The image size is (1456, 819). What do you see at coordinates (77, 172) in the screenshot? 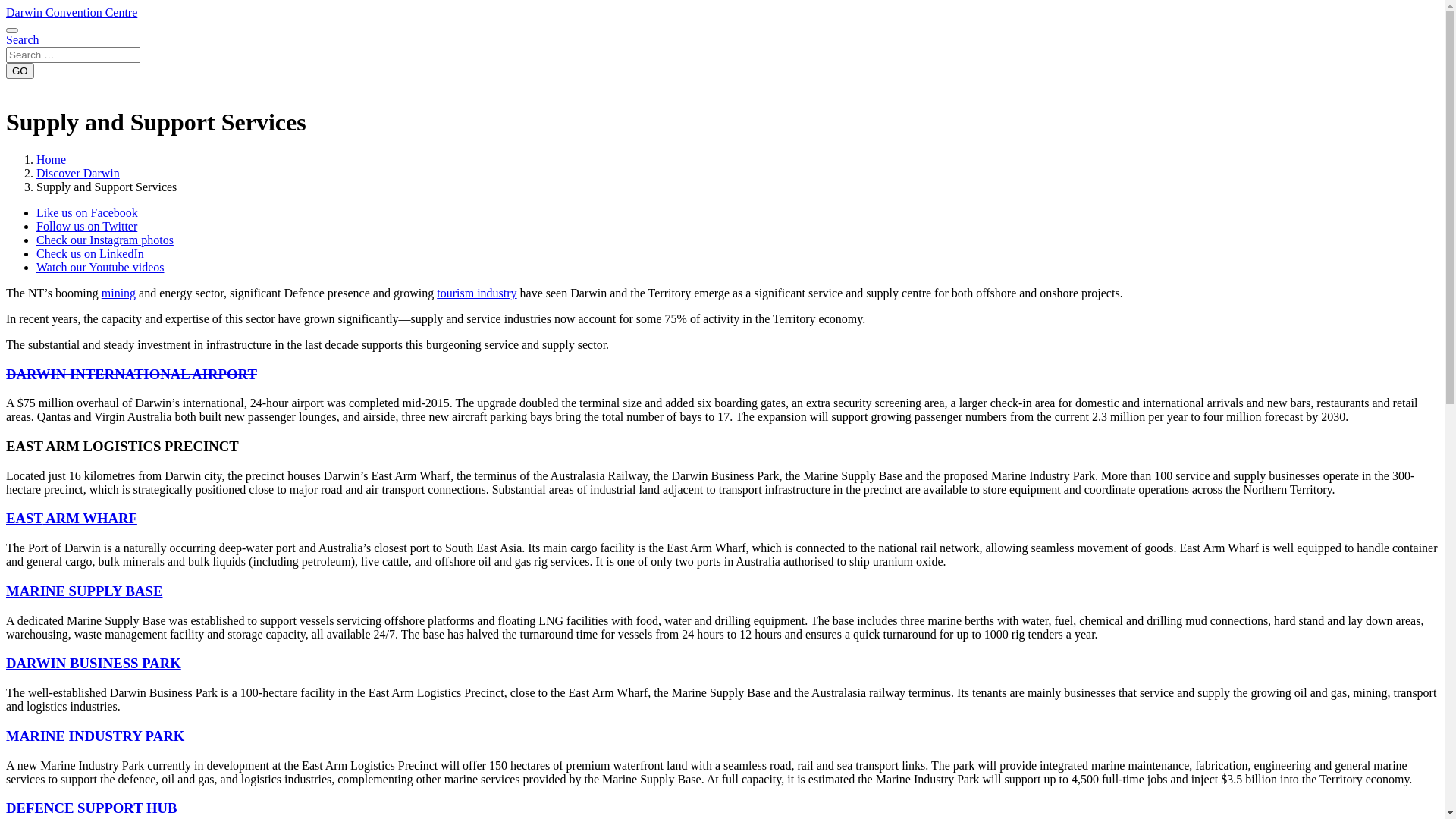
I see `'Discover Darwin'` at bounding box center [77, 172].